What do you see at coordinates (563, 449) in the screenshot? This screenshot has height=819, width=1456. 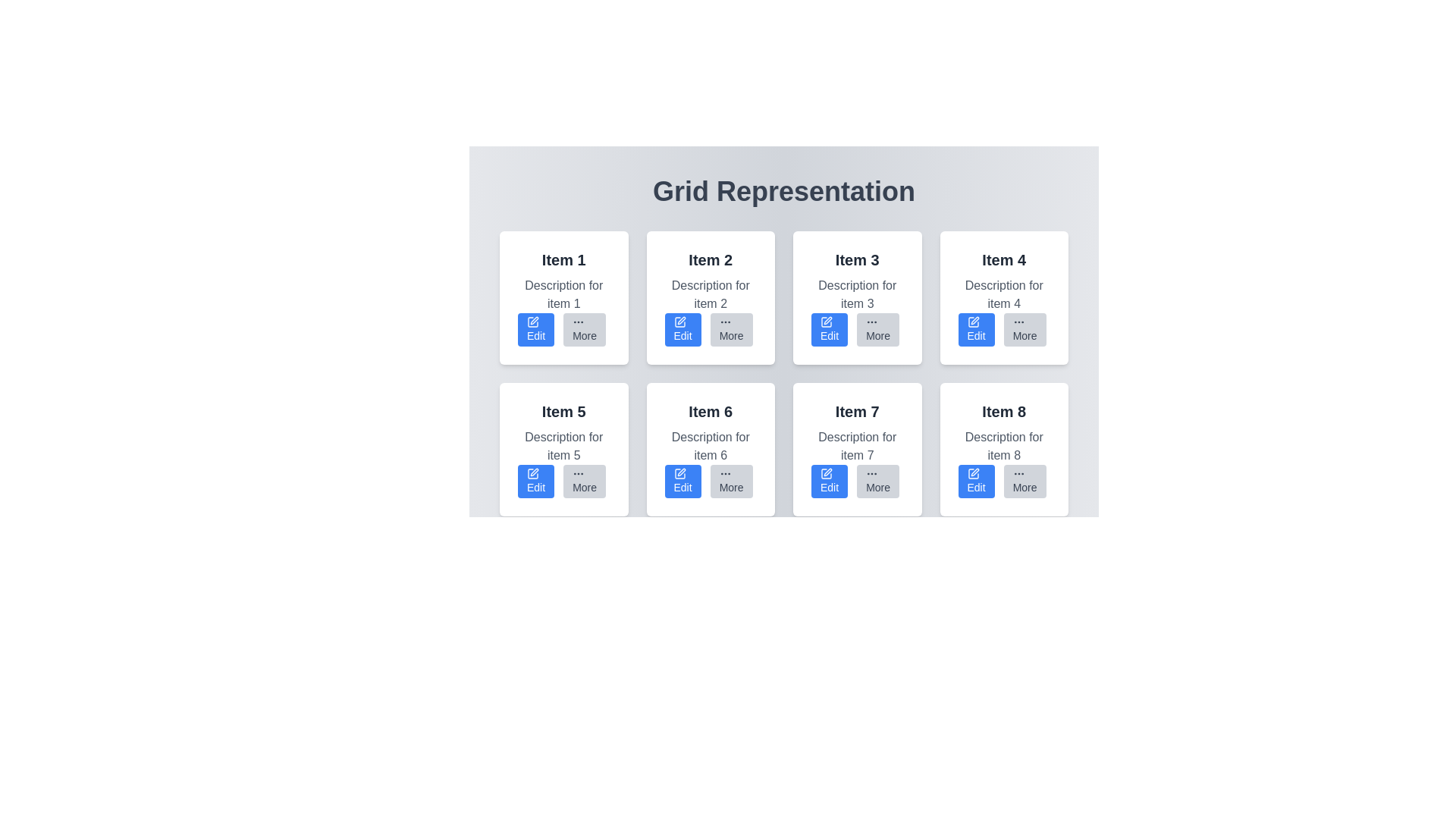 I see `the 'Edit' button of the card element located in the second row and first column of the grid layout, which contains a title and description for an item` at bounding box center [563, 449].